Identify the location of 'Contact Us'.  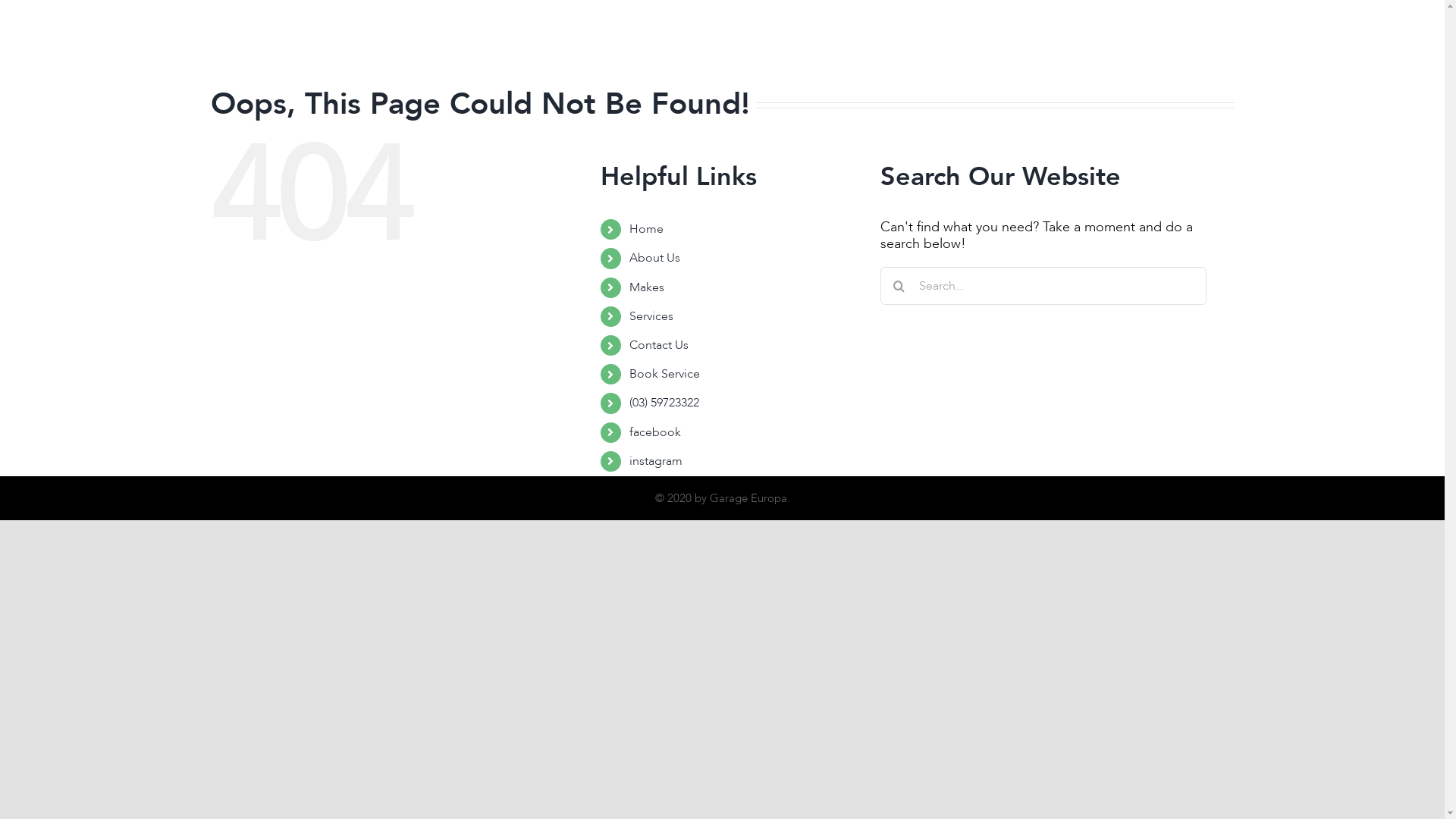
(870, 38).